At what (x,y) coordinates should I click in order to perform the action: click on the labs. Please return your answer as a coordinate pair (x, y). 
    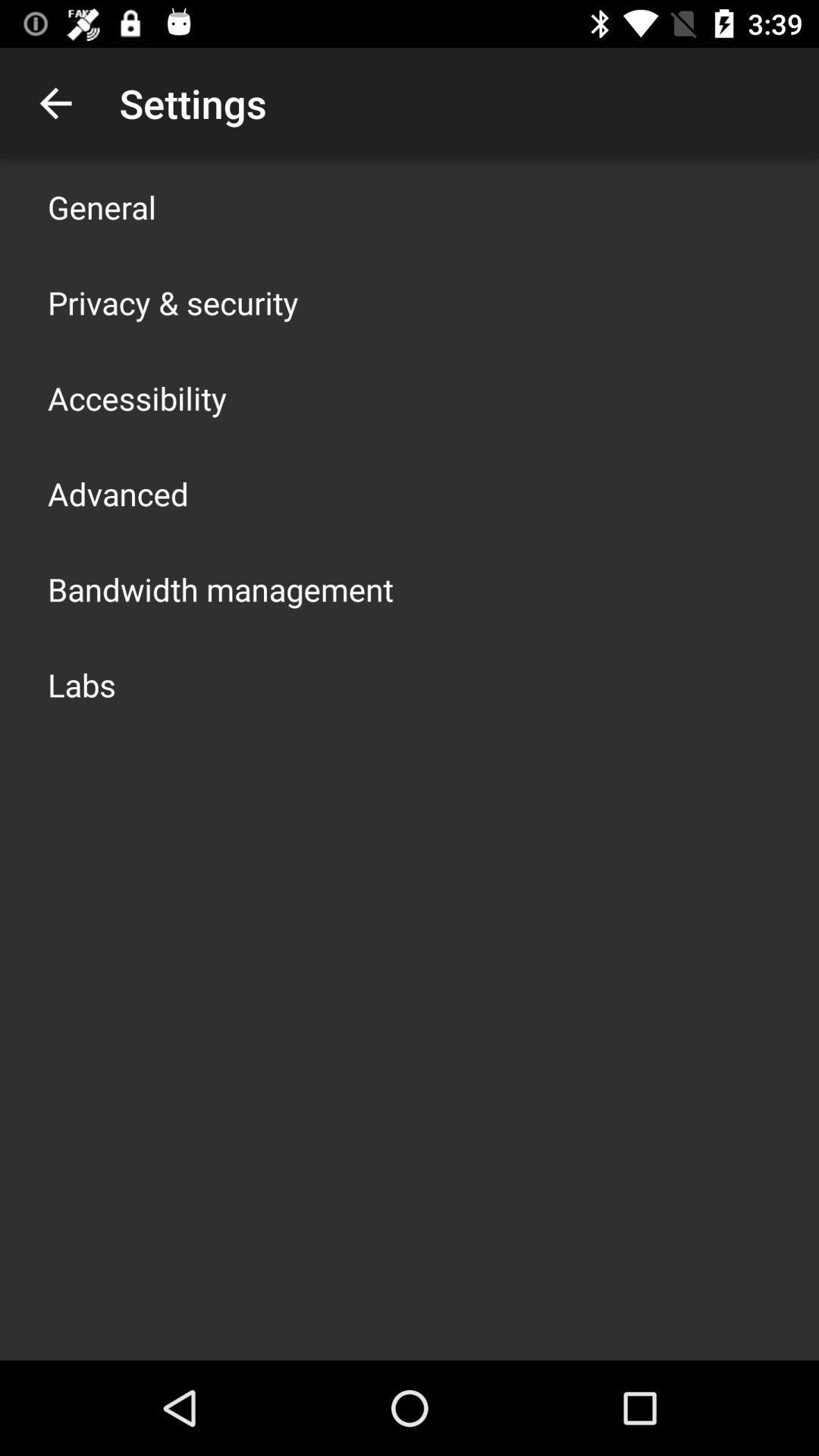
    Looking at the image, I should click on (82, 683).